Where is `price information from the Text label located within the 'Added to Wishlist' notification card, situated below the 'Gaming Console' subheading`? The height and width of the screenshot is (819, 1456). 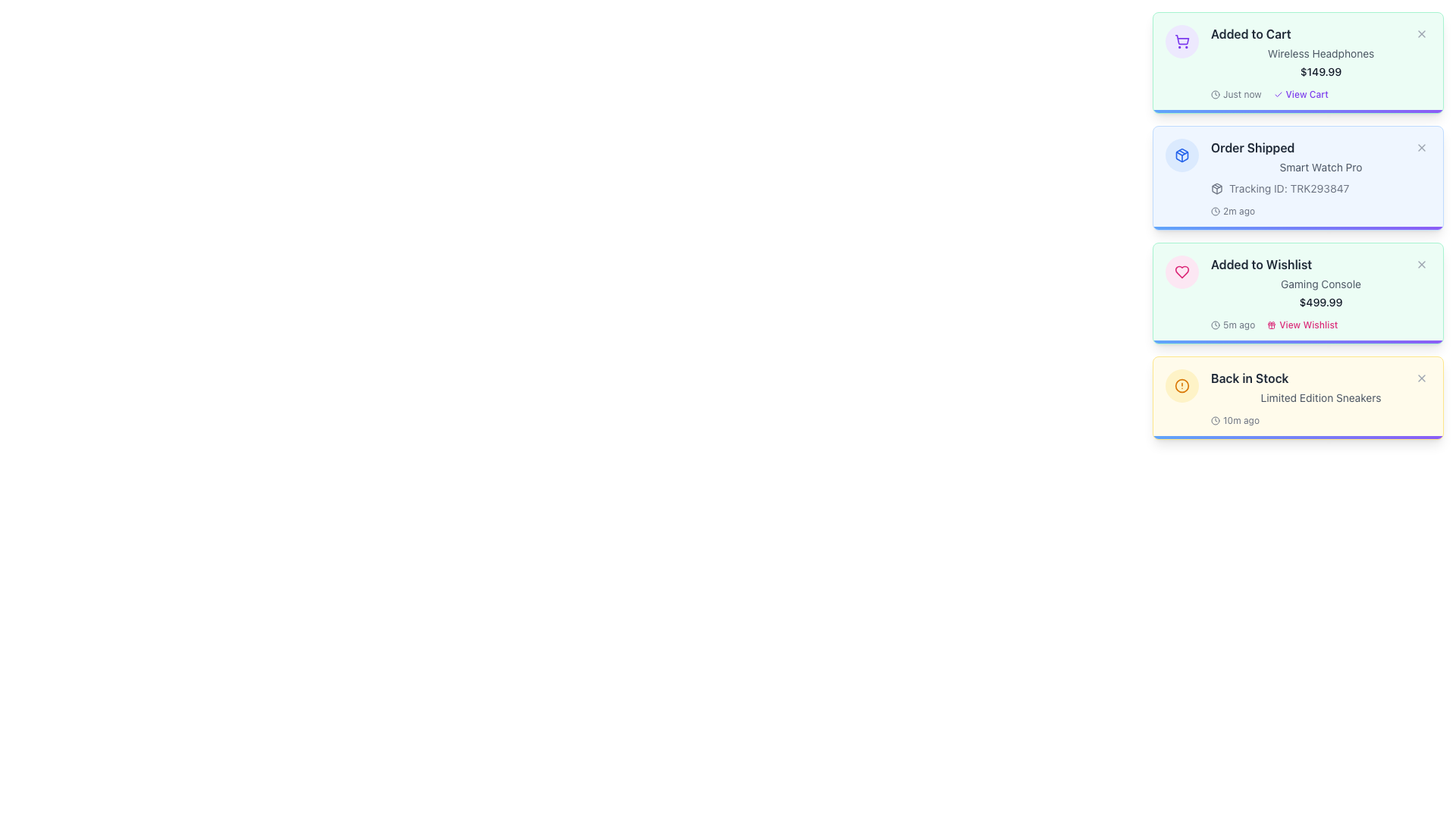
price information from the Text label located within the 'Added to Wishlist' notification card, situated below the 'Gaming Console' subheading is located at coordinates (1320, 302).